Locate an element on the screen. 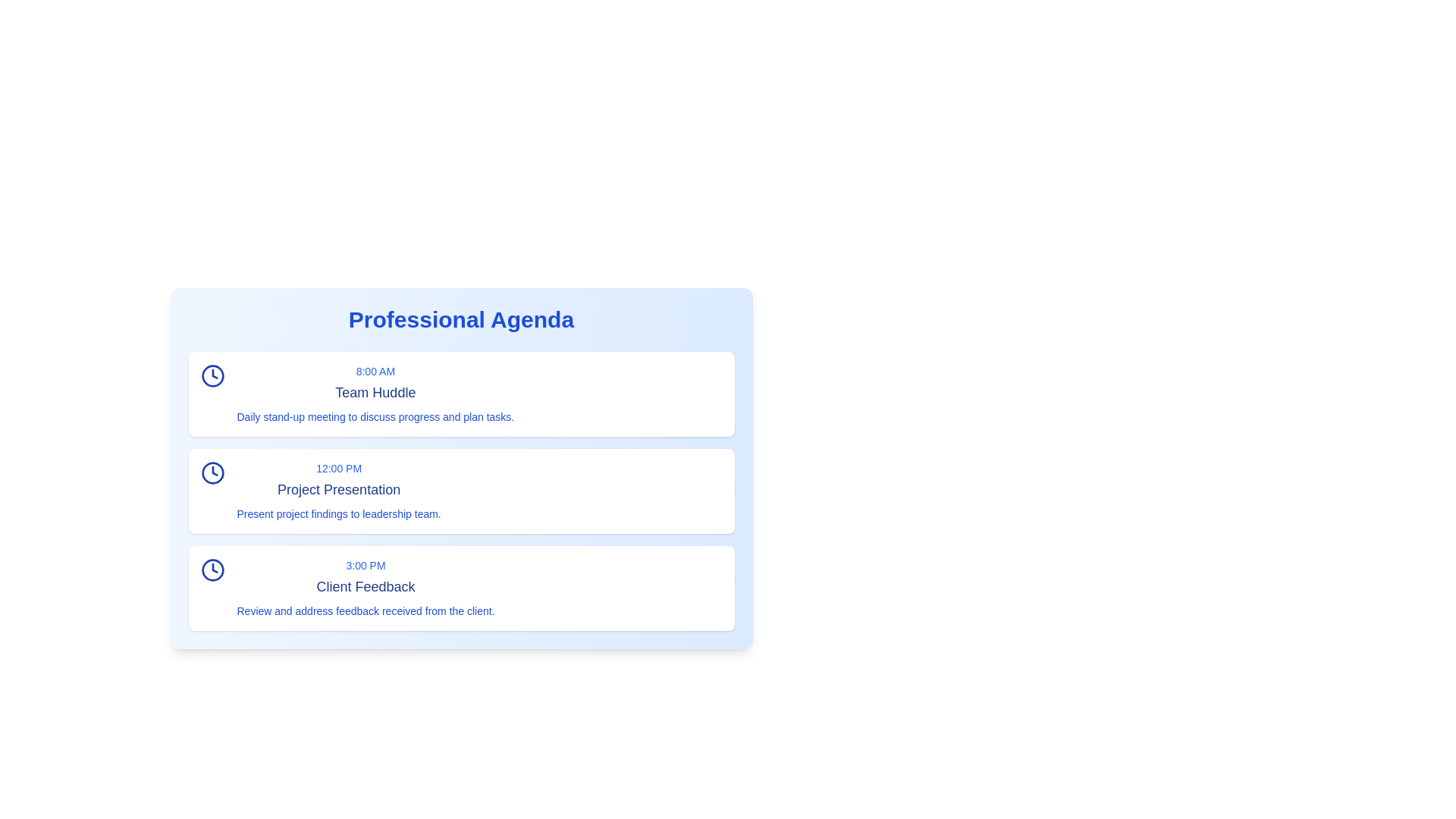 The width and height of the screenshot is (1456, 819). the bold 'Client Feedback' header text that is visually distinct in a blue font, located between the timestamp '3:00 PM' and the descriptive text below it is located at coordinates (366, 586).